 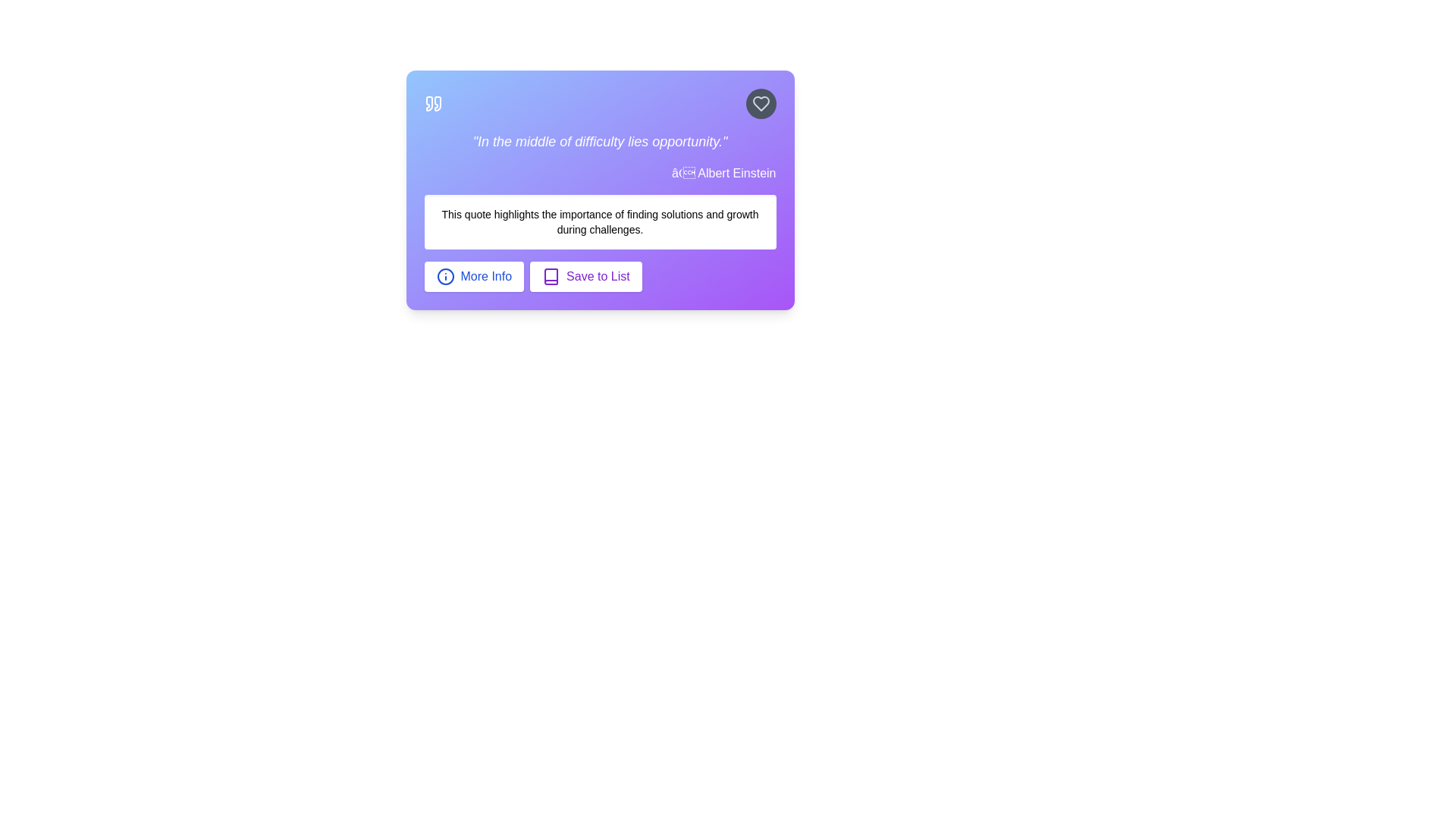 What do you see at coordinates (761, 103) in the screenshot?
I see `the heart-shaped icon in the upper-right corner of the card` at bounding box center [761, 103].